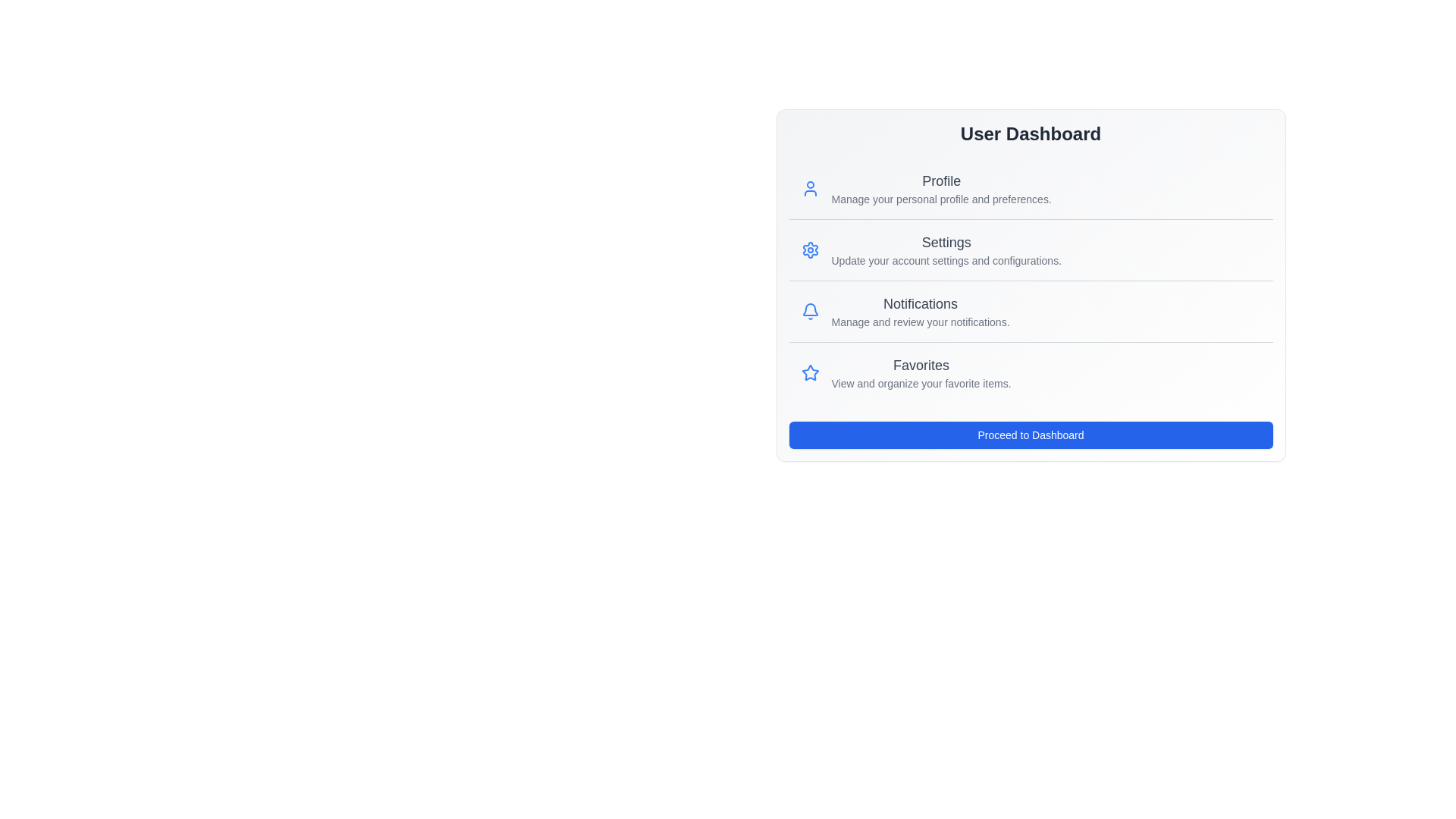 This screenshot has width=1456, height=819. Describe the element at coordinates (809, 373) in the screenshot. I see `the star-shaped icon with a blue outline in the 'Favorites' section, located above the text 'Favorites' and 'View and organize your favorite items.'` at that location.